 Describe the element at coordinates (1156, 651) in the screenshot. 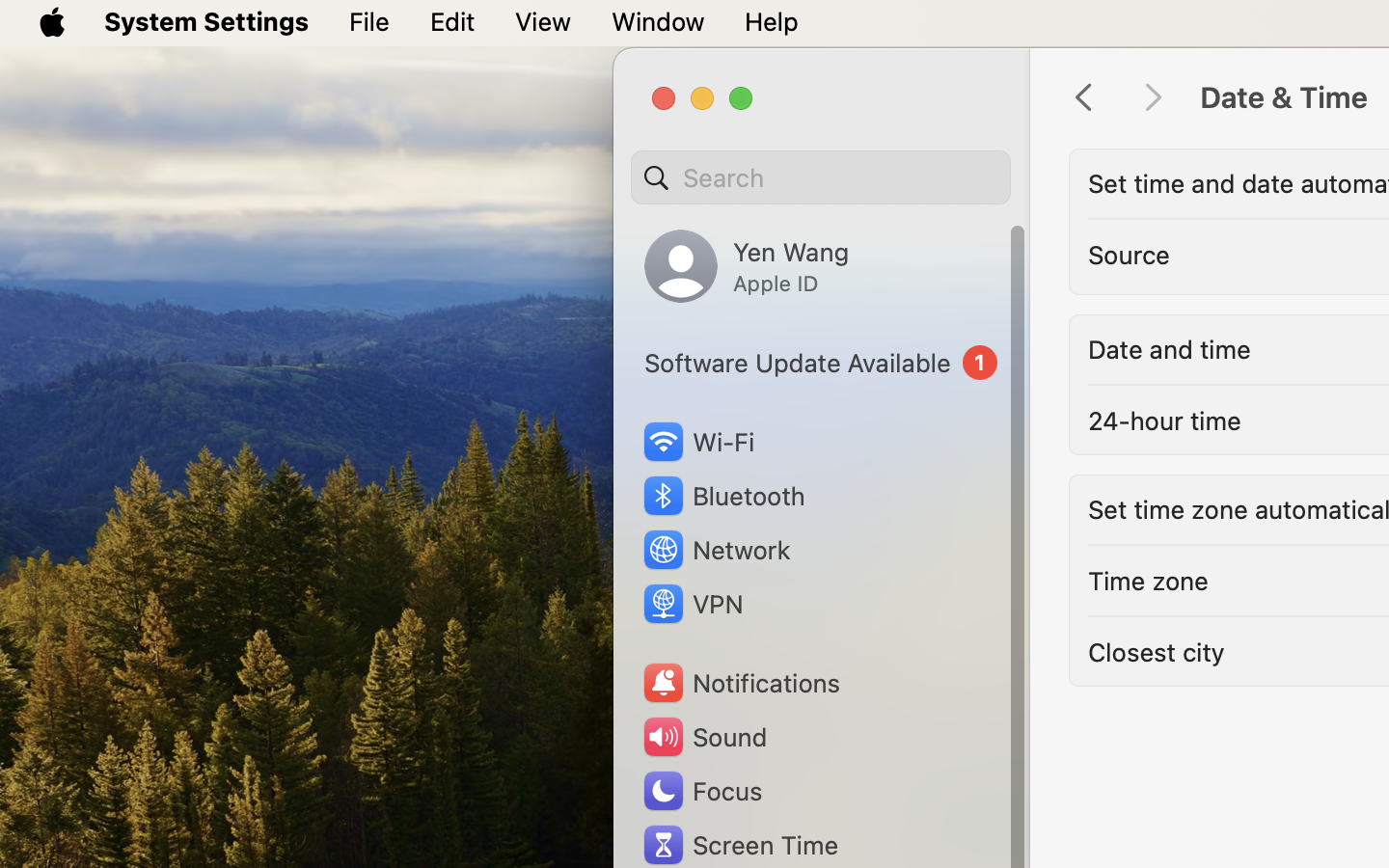

I see `'Closest city'` at that location.